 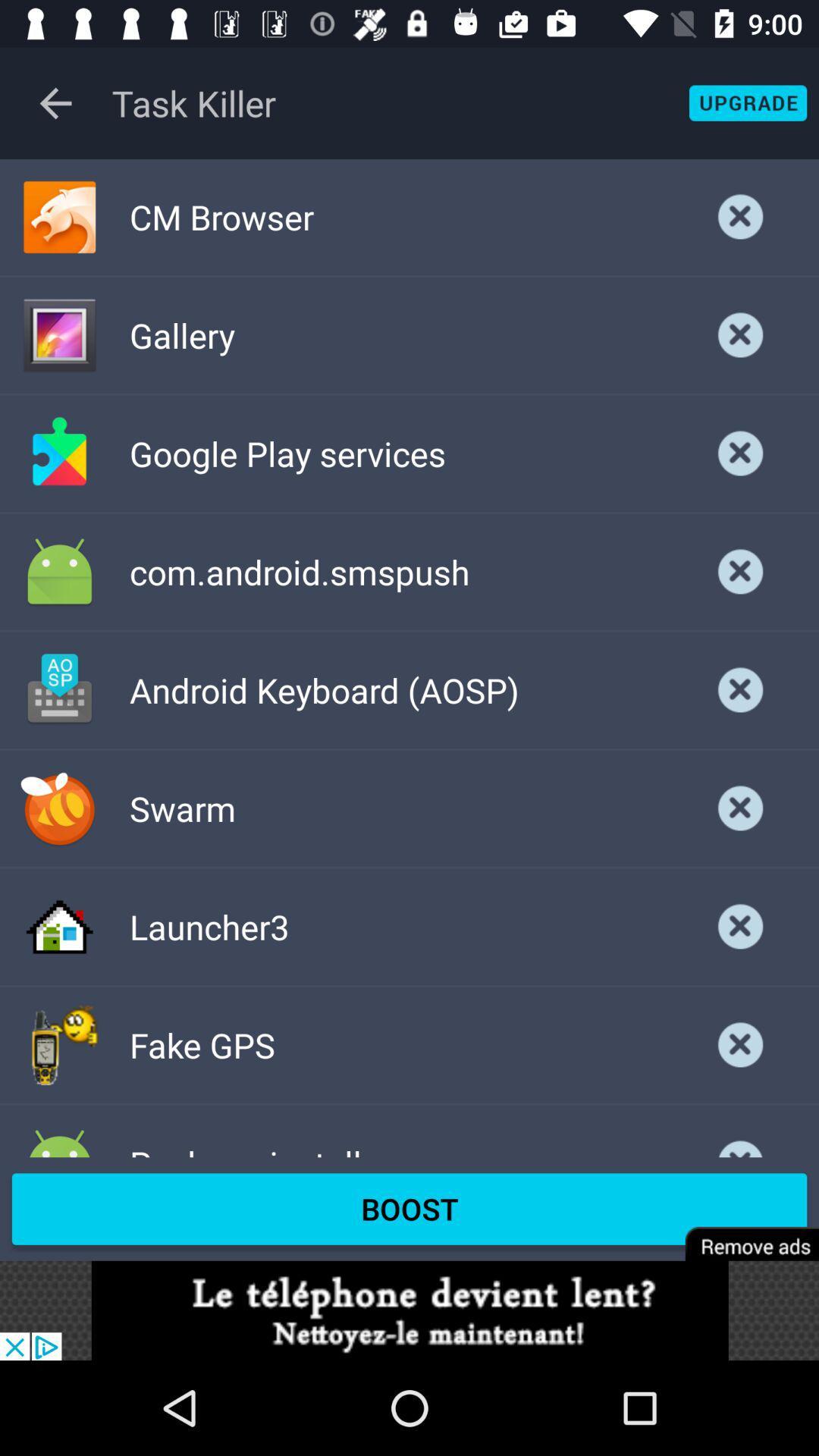 What do you see at coordinates (740, 453) in the screenshot?
I see `x out of this app` at bounding box center [740, 453].